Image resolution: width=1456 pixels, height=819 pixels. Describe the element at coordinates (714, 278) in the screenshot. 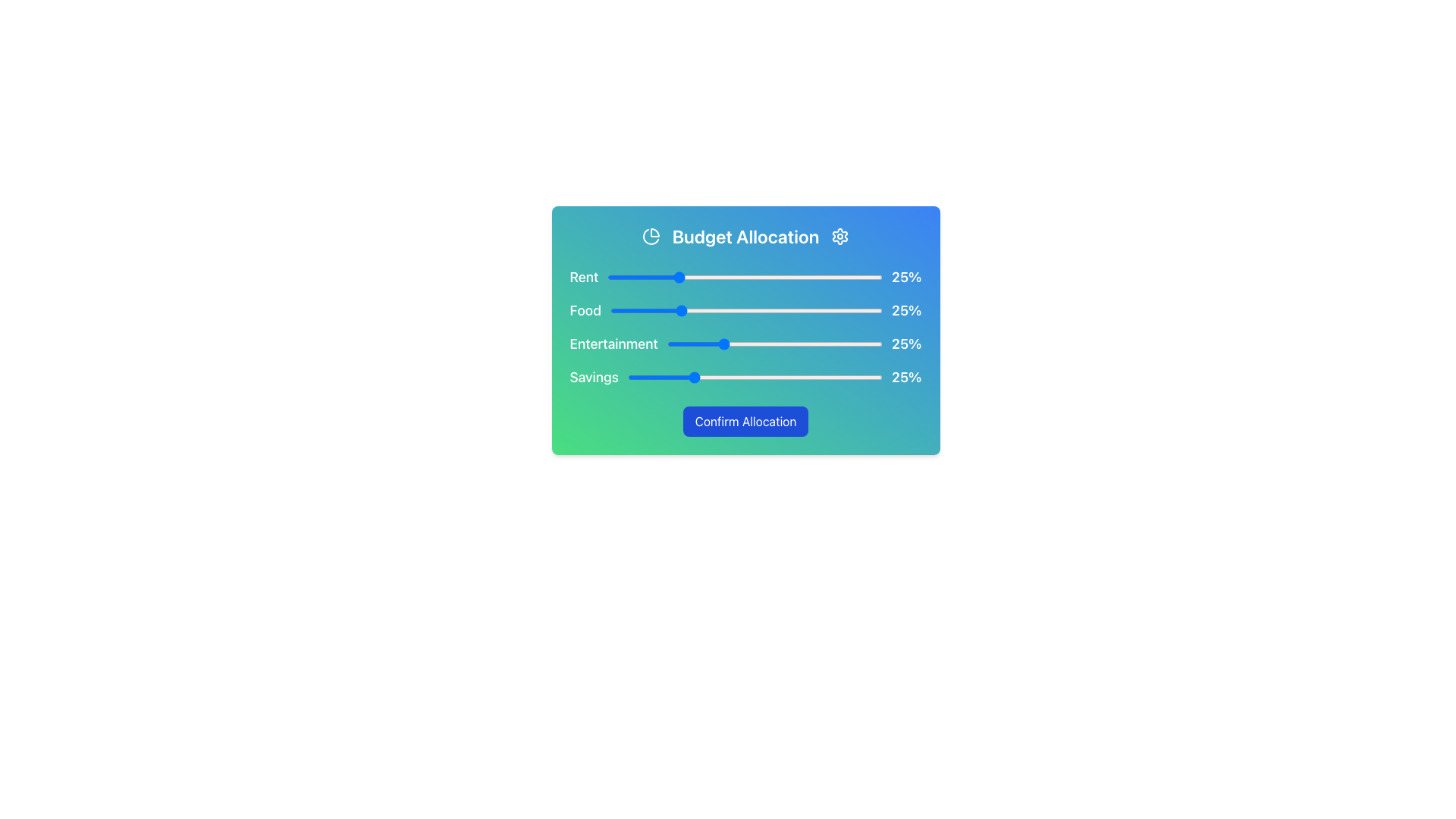

I see `the 'Rent' allocation slider` at that location.